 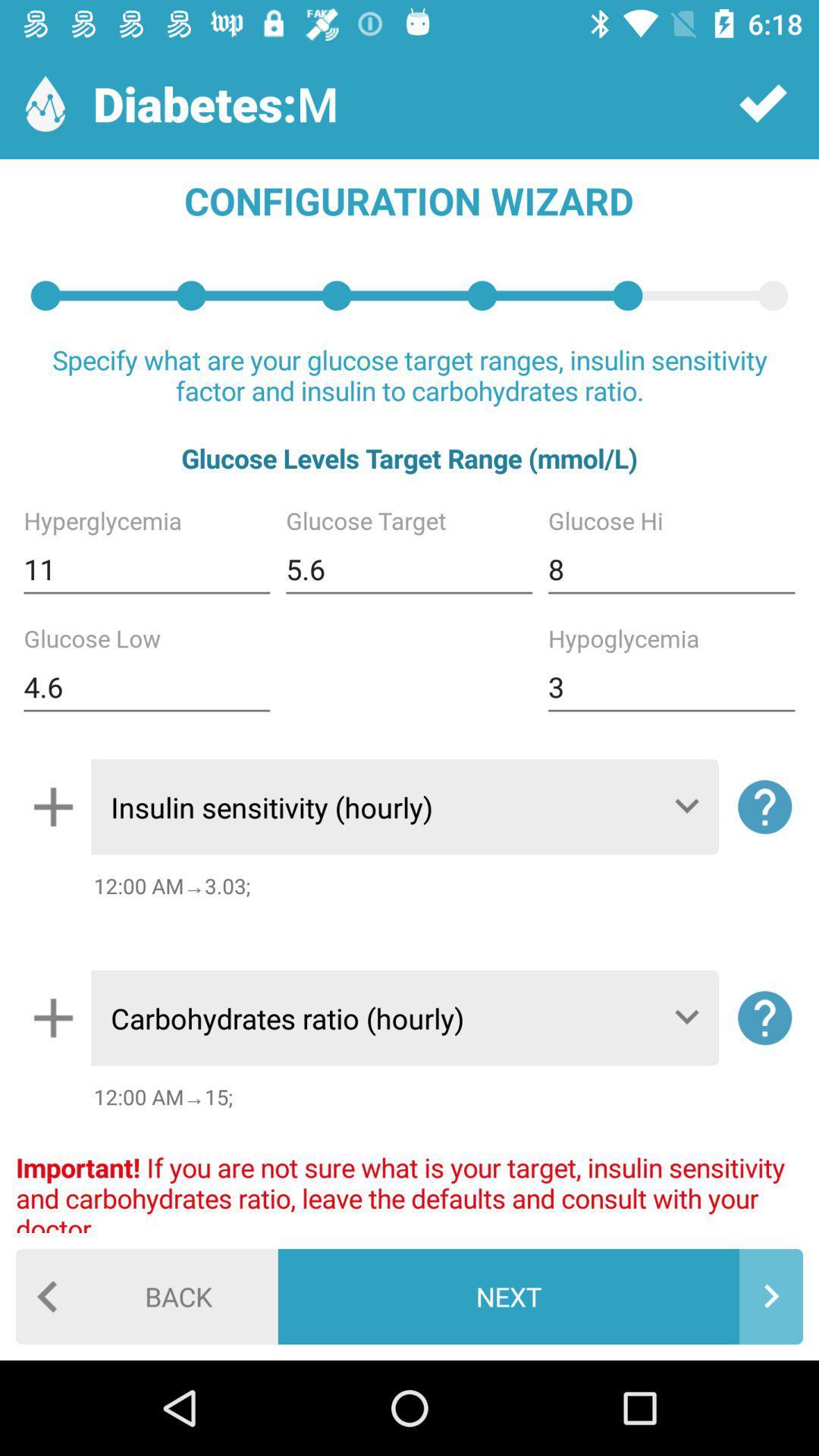 What do you see at coordinates (539, 1295) in the screenshot?
I see `the next item` at bounding box center [539, 1295].